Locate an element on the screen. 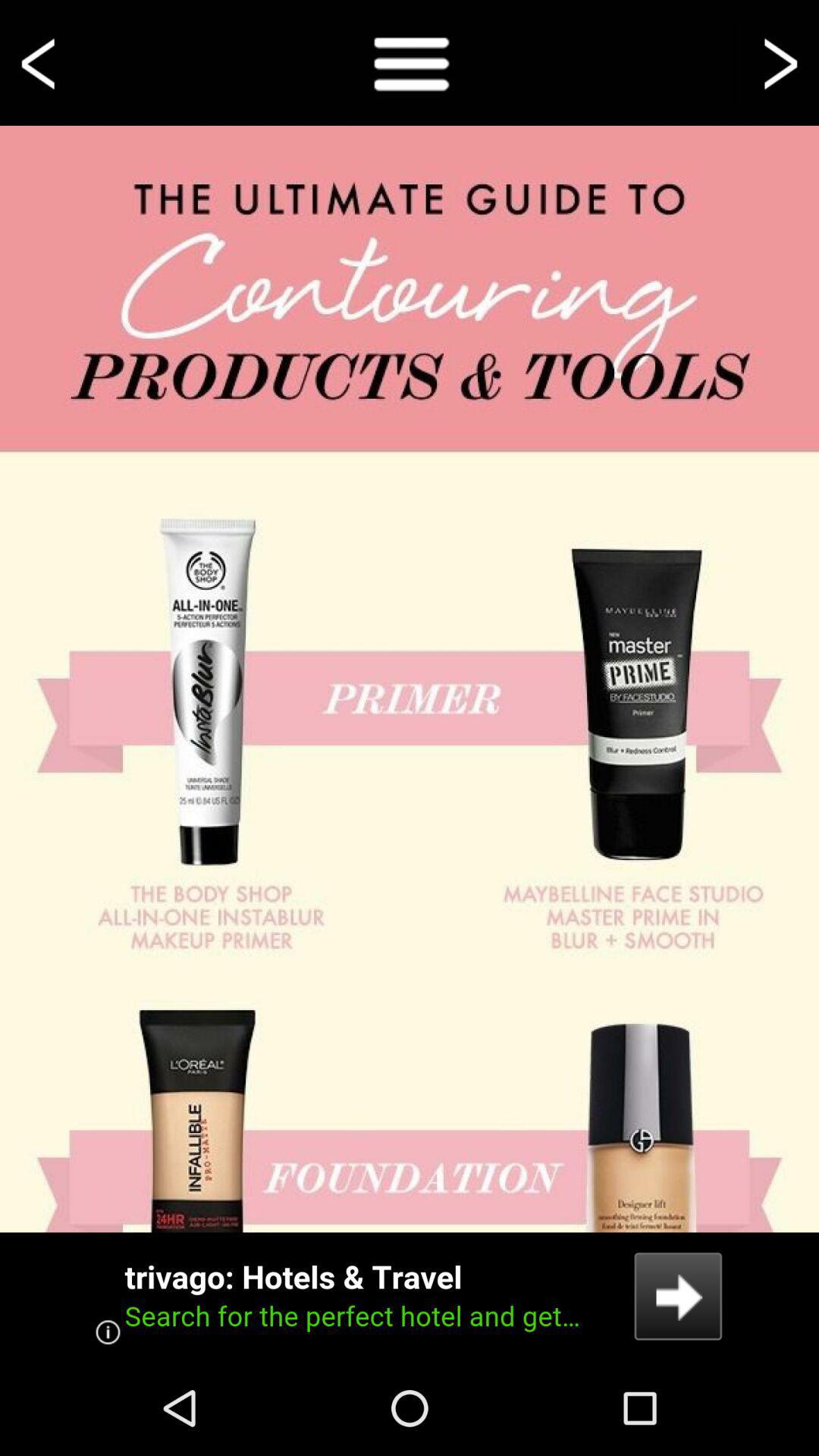 The image size is (819, 1456). the arrow_forward icon is located at coordinates (778, 66).